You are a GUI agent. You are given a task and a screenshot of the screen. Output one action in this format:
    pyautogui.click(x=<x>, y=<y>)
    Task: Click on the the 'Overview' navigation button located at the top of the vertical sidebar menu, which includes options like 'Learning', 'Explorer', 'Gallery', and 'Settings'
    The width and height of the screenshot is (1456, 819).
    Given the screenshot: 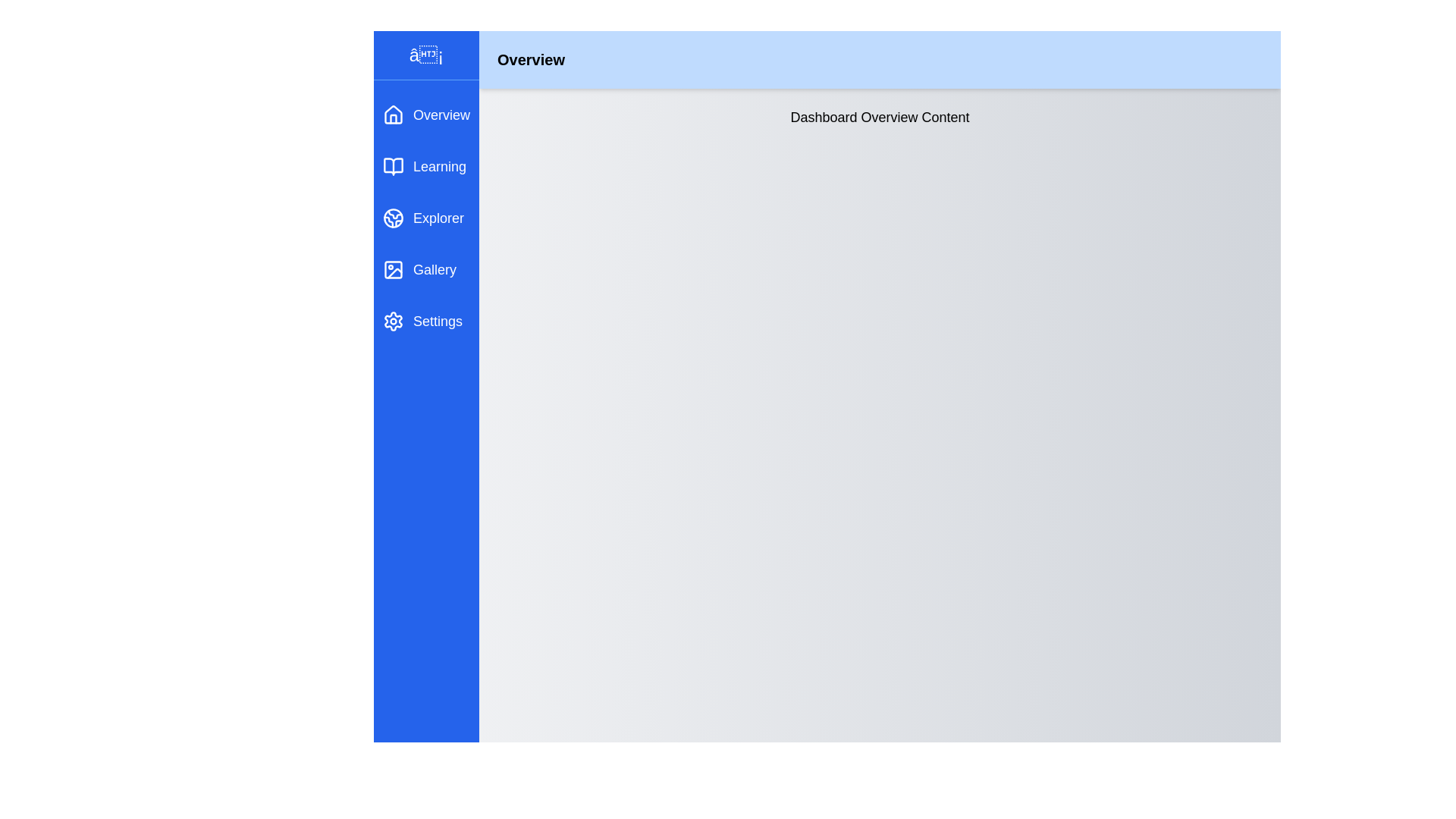 What is the action you would take?
    pyautogui.click(x=425, y=114)
    